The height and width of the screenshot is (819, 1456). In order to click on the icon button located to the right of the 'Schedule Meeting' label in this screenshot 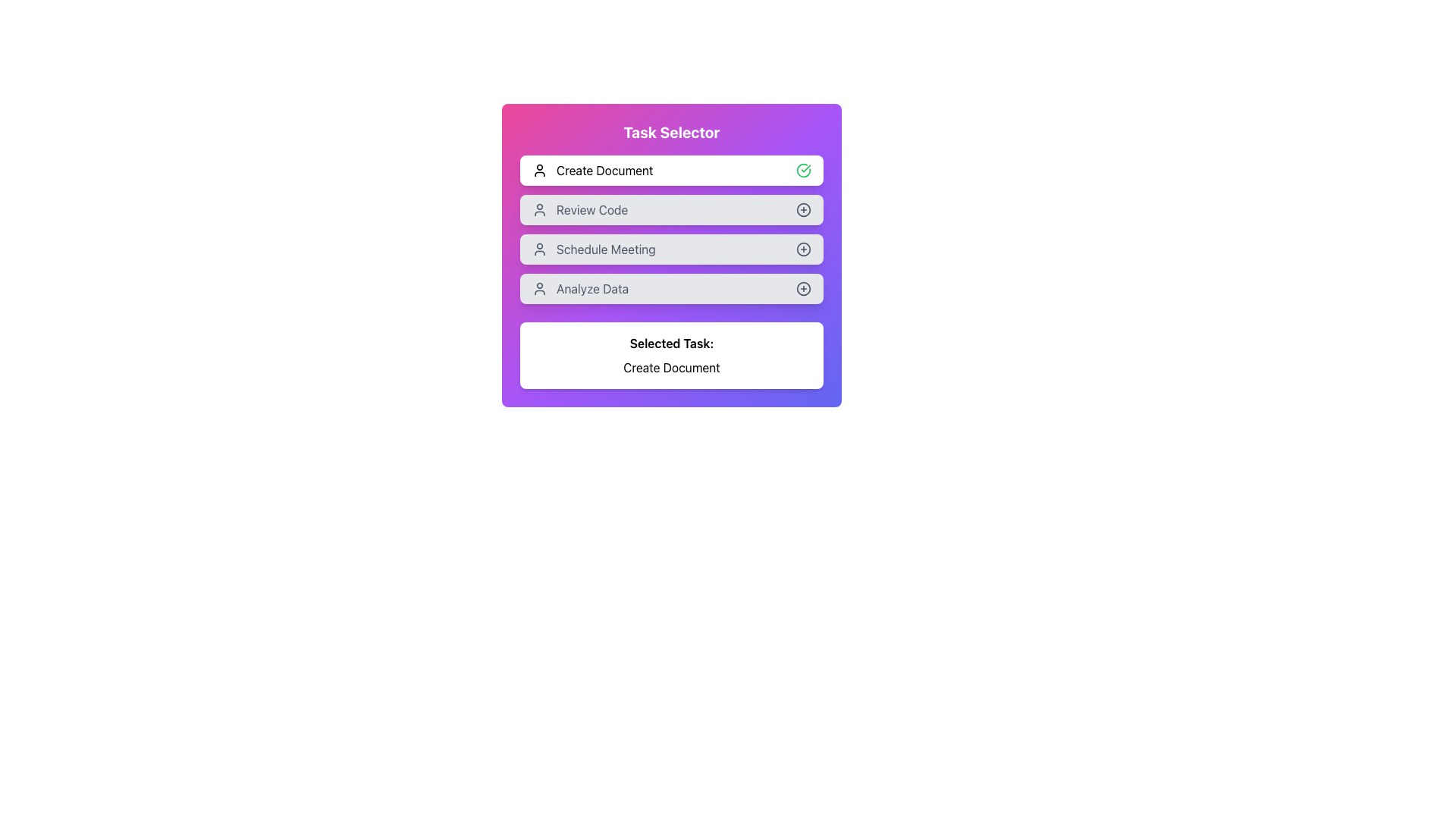, I will do `click(803, 248)`.